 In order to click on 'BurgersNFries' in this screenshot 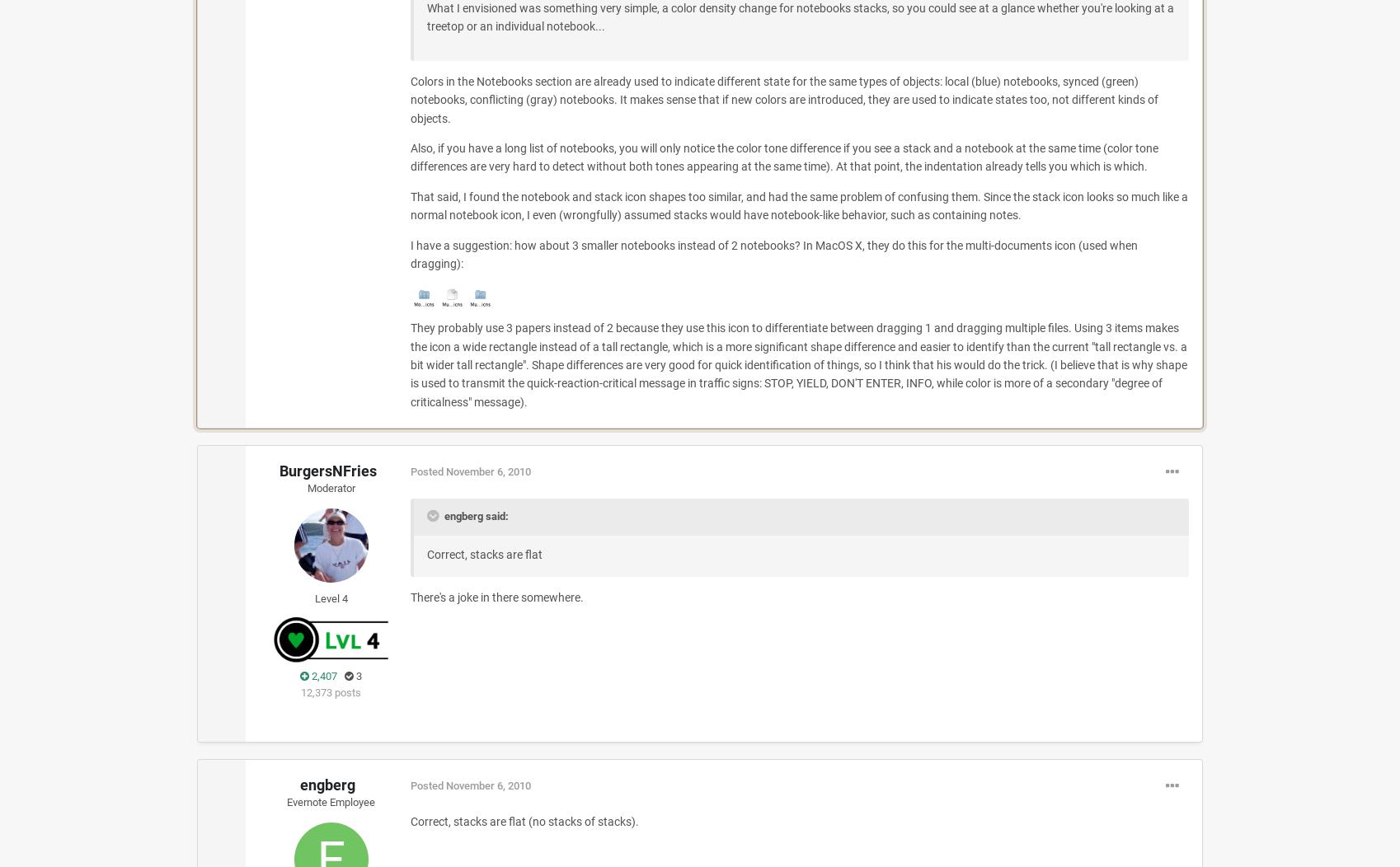, I will do `click(327, 470)`.